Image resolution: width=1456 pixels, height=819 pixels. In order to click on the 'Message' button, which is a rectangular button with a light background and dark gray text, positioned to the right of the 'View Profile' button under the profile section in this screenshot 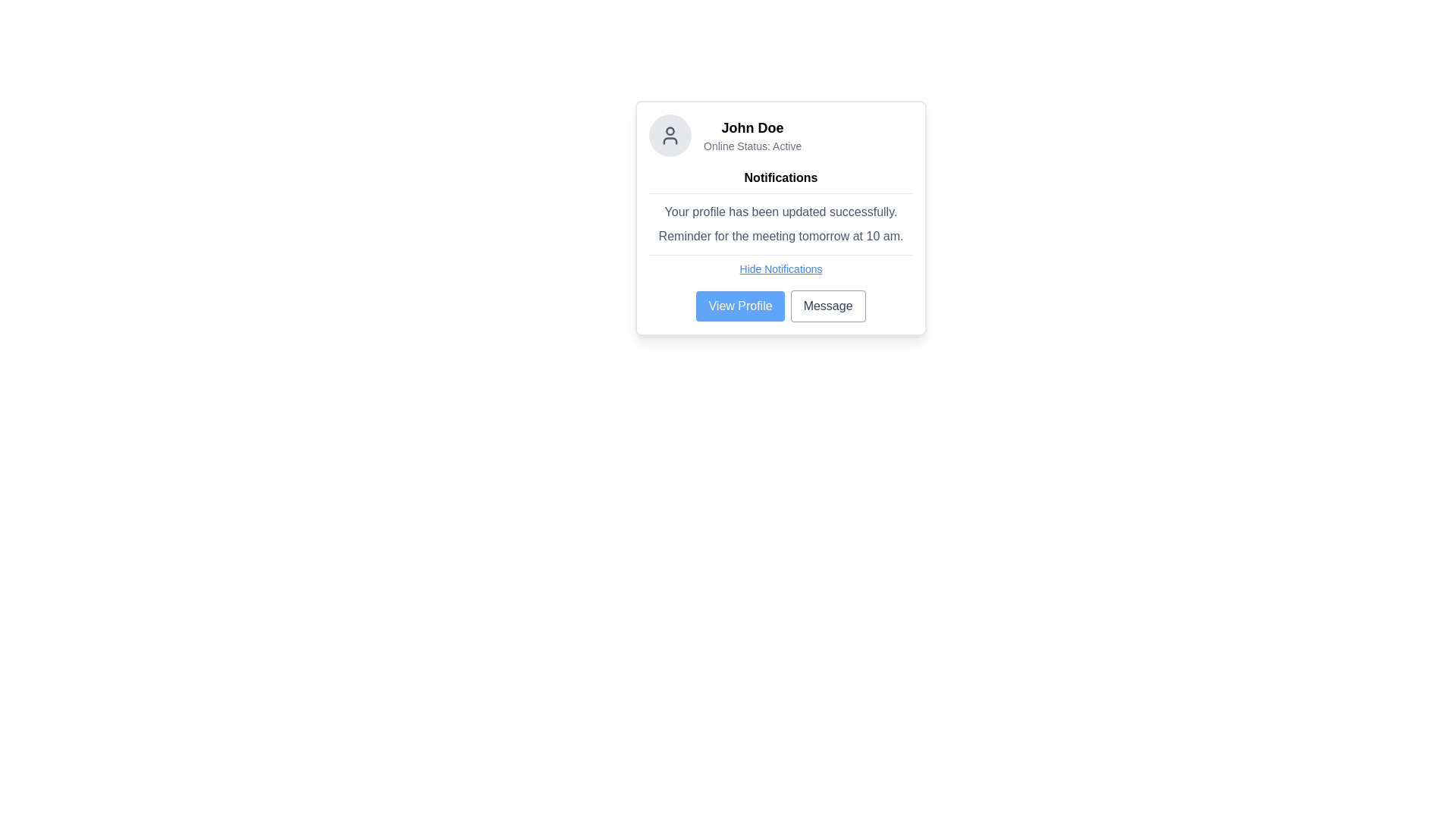, I will do `click(827, 306)`.